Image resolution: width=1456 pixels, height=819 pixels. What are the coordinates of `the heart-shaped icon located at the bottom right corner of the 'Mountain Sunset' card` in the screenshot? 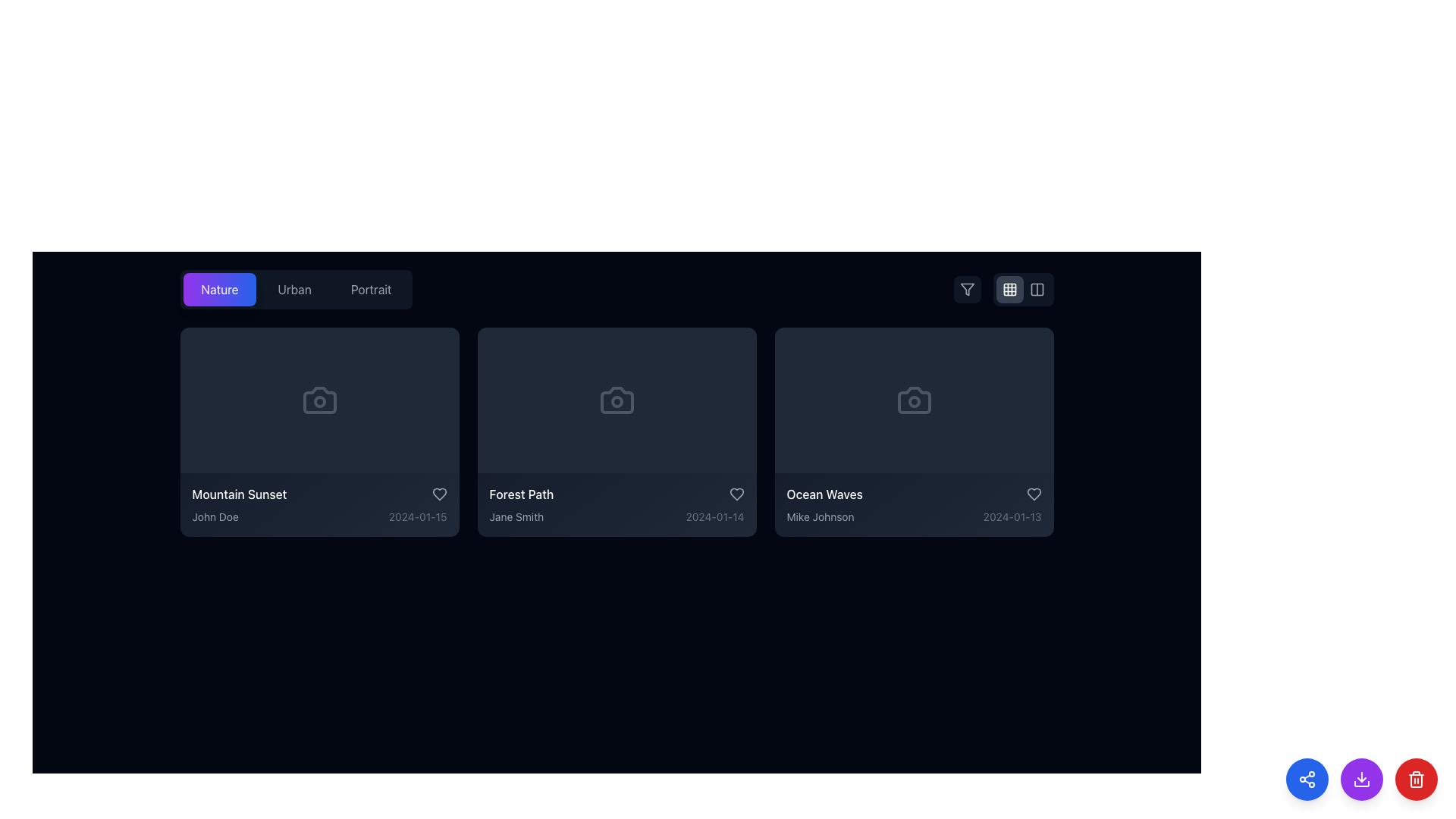 It's located at (438, 494).